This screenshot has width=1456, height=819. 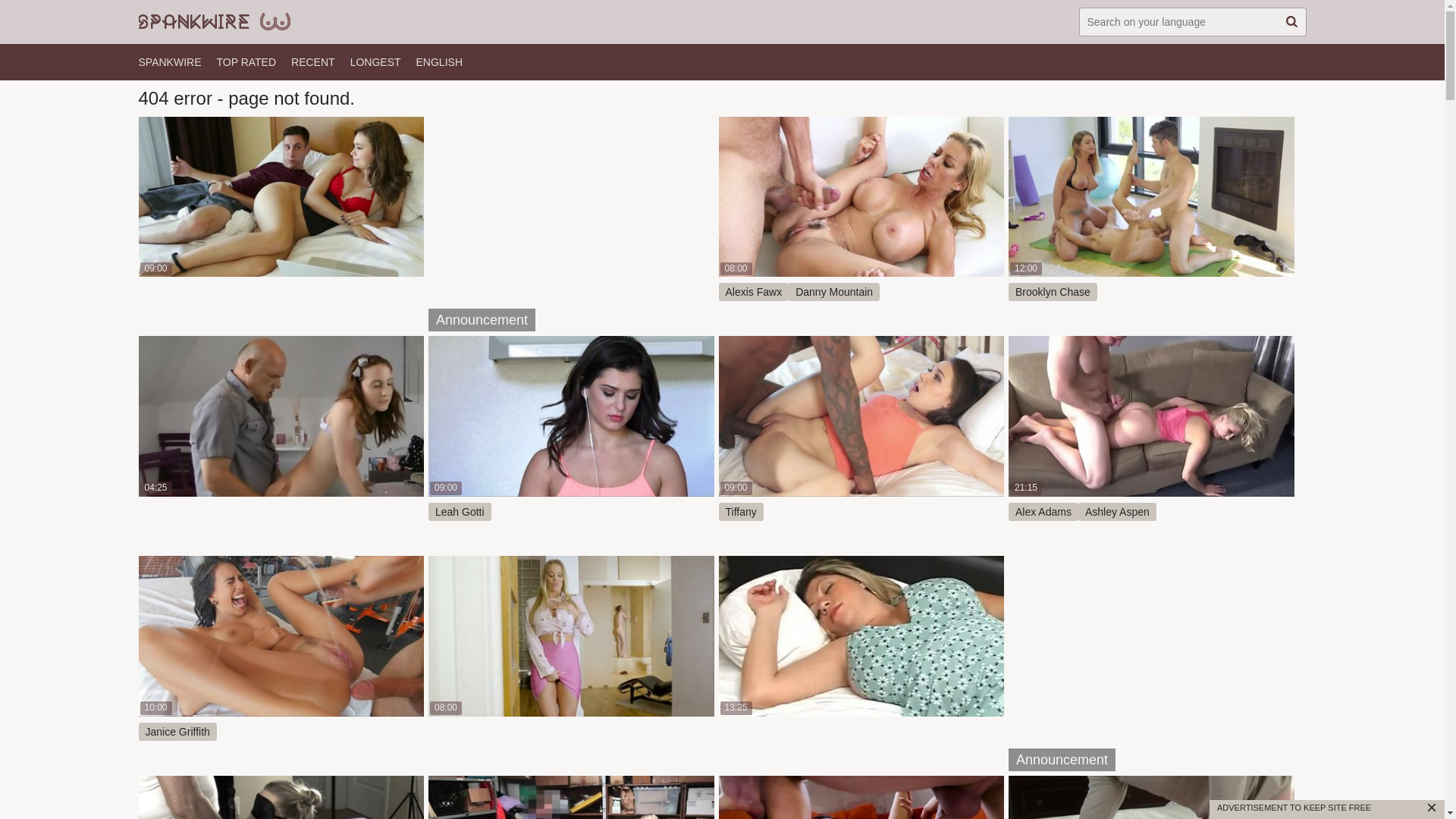 I want to click on 'Brooklyn Chase', so click(x=1052, y=292).